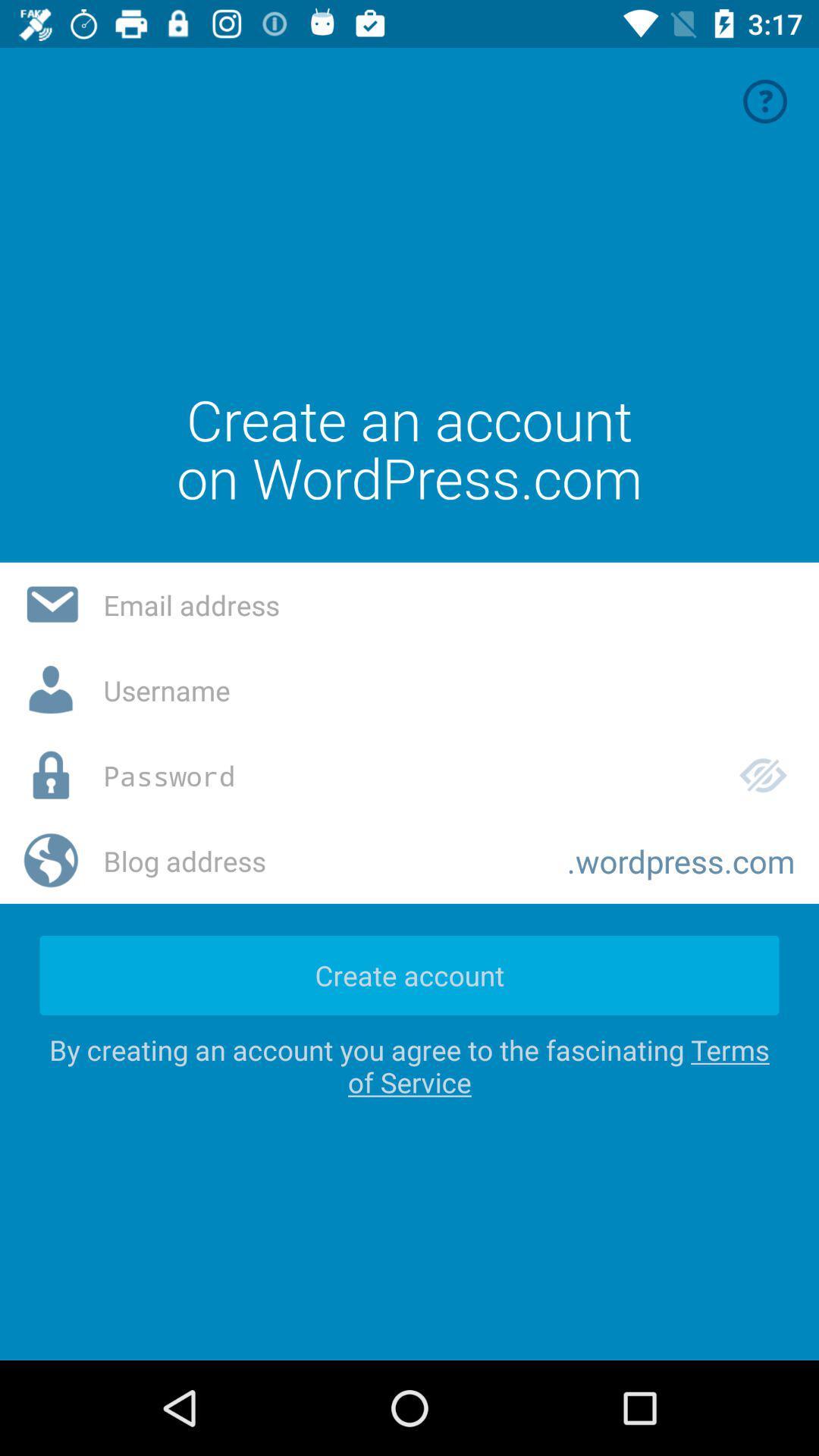 The height and width of the screenshot is (1456, 819). I want to click on the text which is below the create account, so click(409, 1065).